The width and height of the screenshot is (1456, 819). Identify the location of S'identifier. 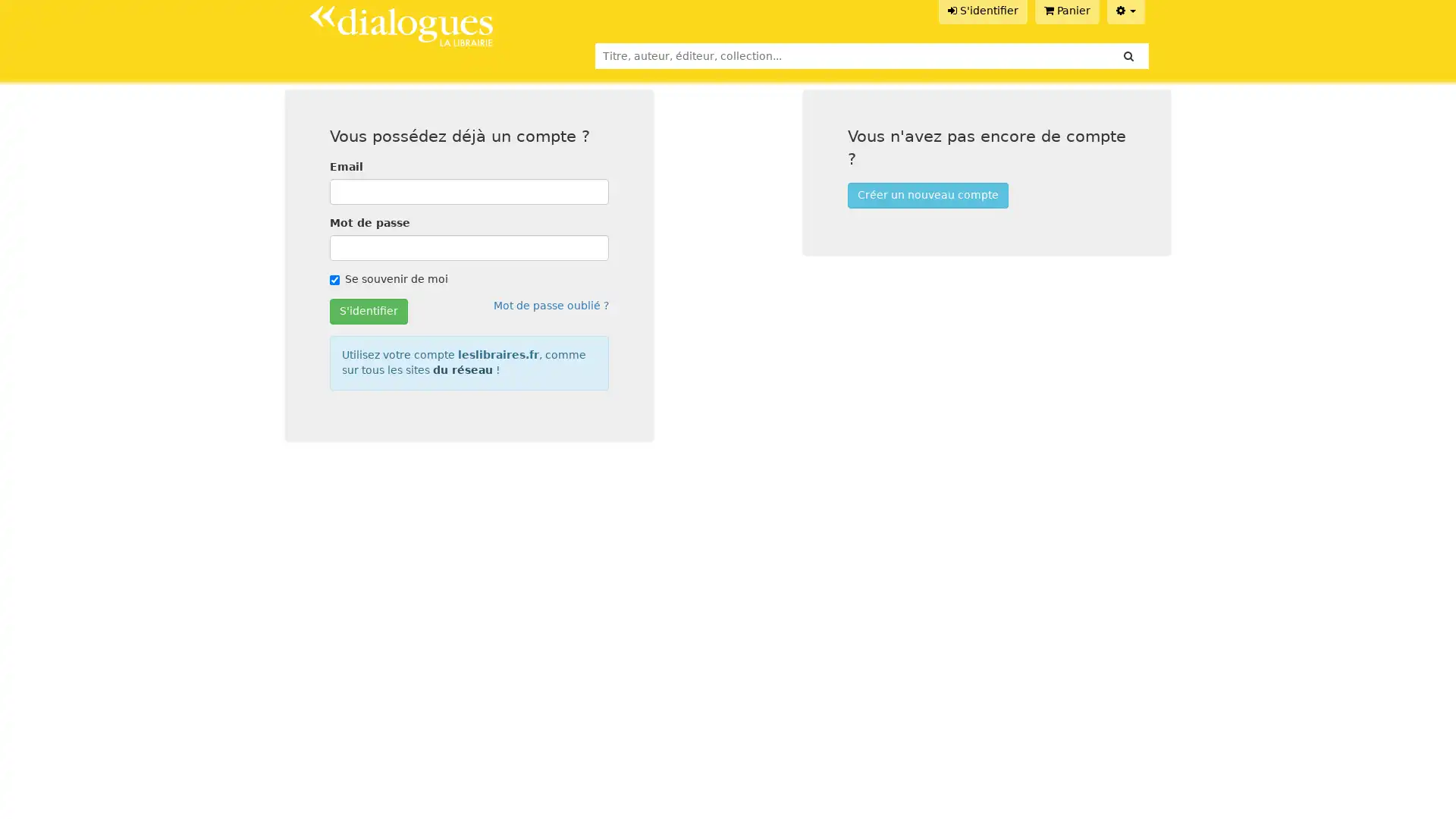
(369, 309).